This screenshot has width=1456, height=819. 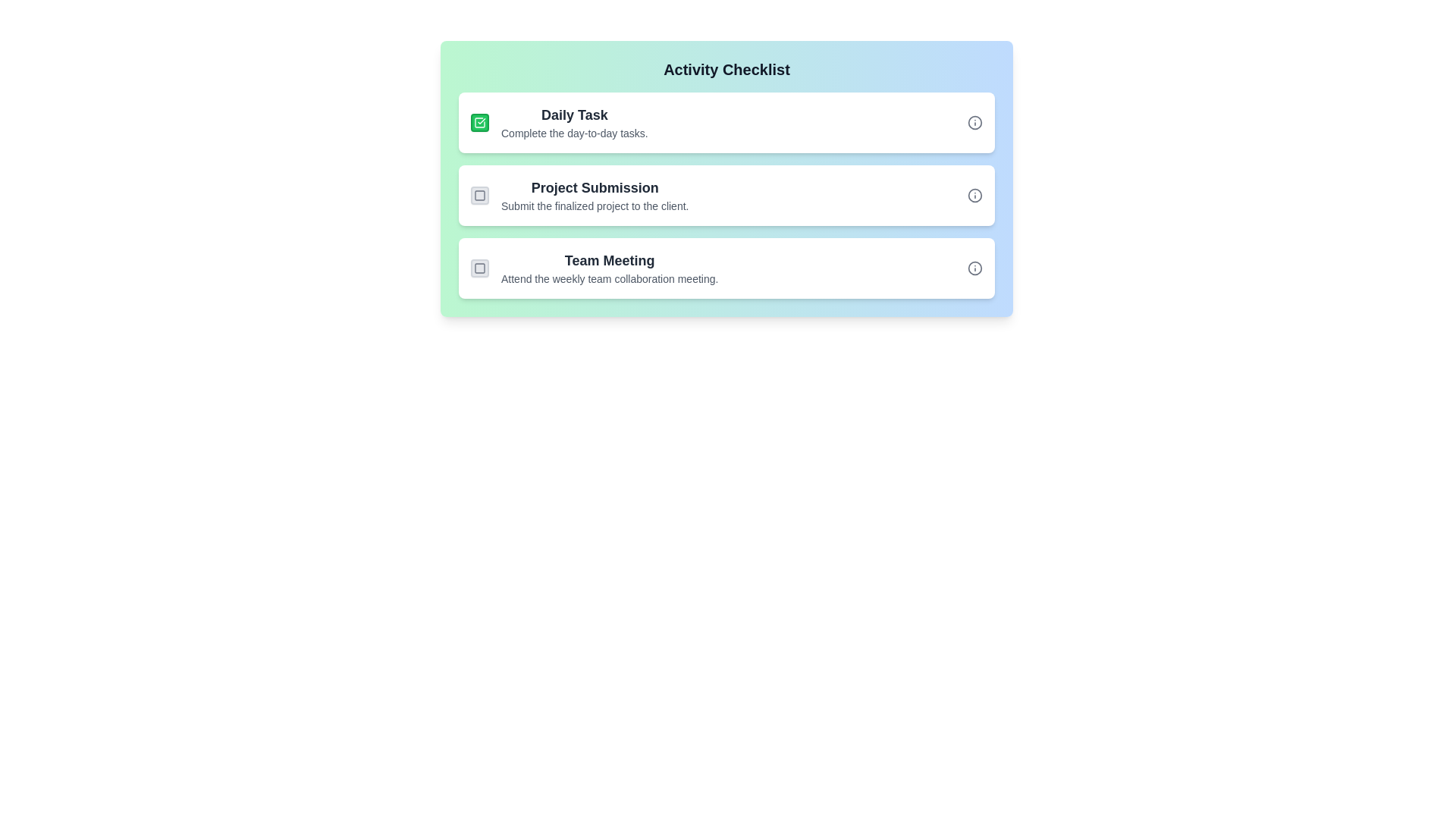 What do you see at coordinates (479, 195) in the screenshot?
I see `the square-shaped checkbox icon next to the 'Team Meeting' heading` at bounding box center [479, 195].